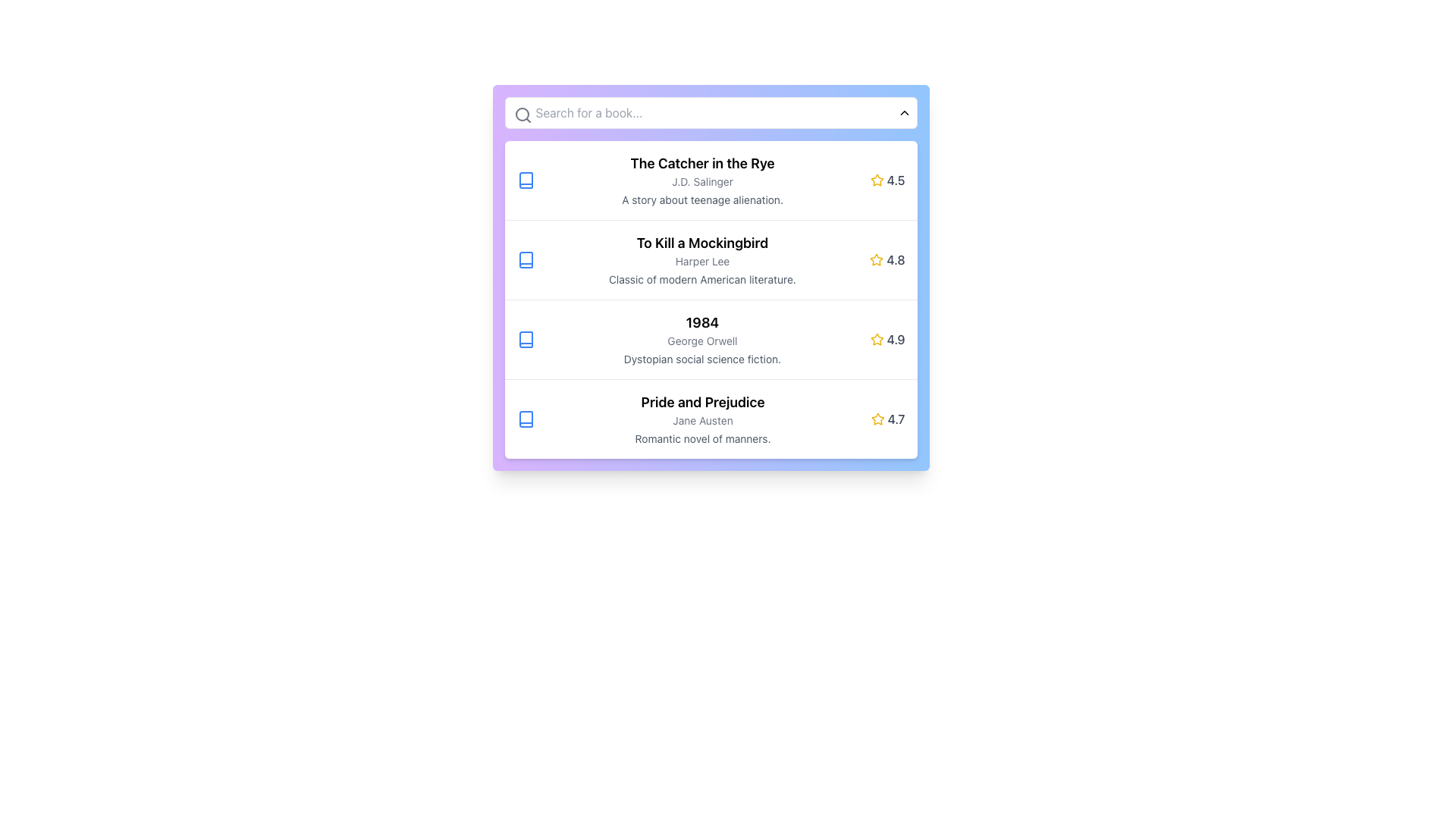 This screenshot has width=1456, height=819. Describe the element at coordinates (526, 180) in the screenshot. I see `the blue book SVG icon located to the left of the list item containing 'The Catcher in the Rye'` at that location.